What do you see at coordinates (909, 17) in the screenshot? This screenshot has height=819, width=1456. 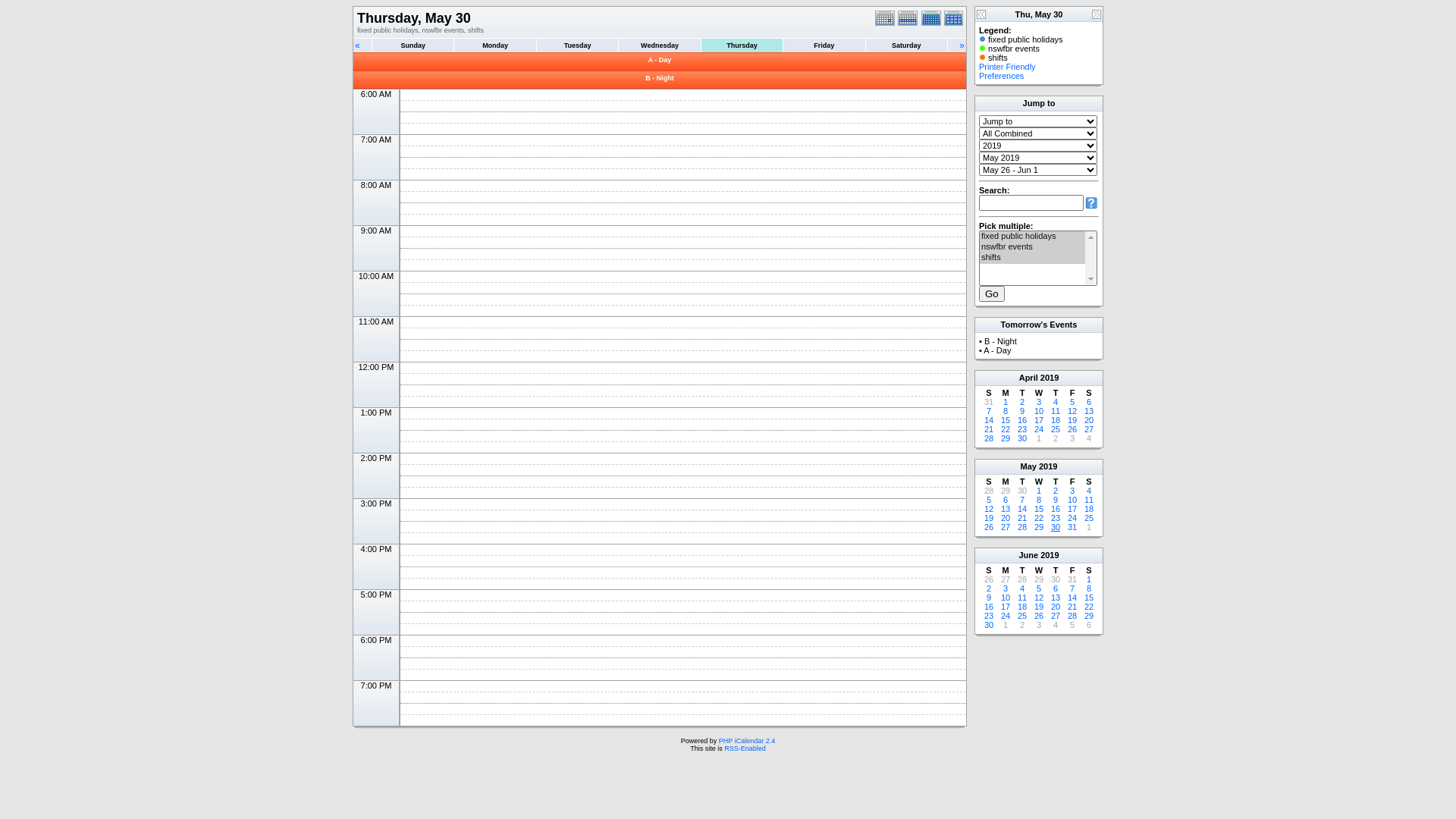 I see `'Week'` at bounding box center [909, 17].